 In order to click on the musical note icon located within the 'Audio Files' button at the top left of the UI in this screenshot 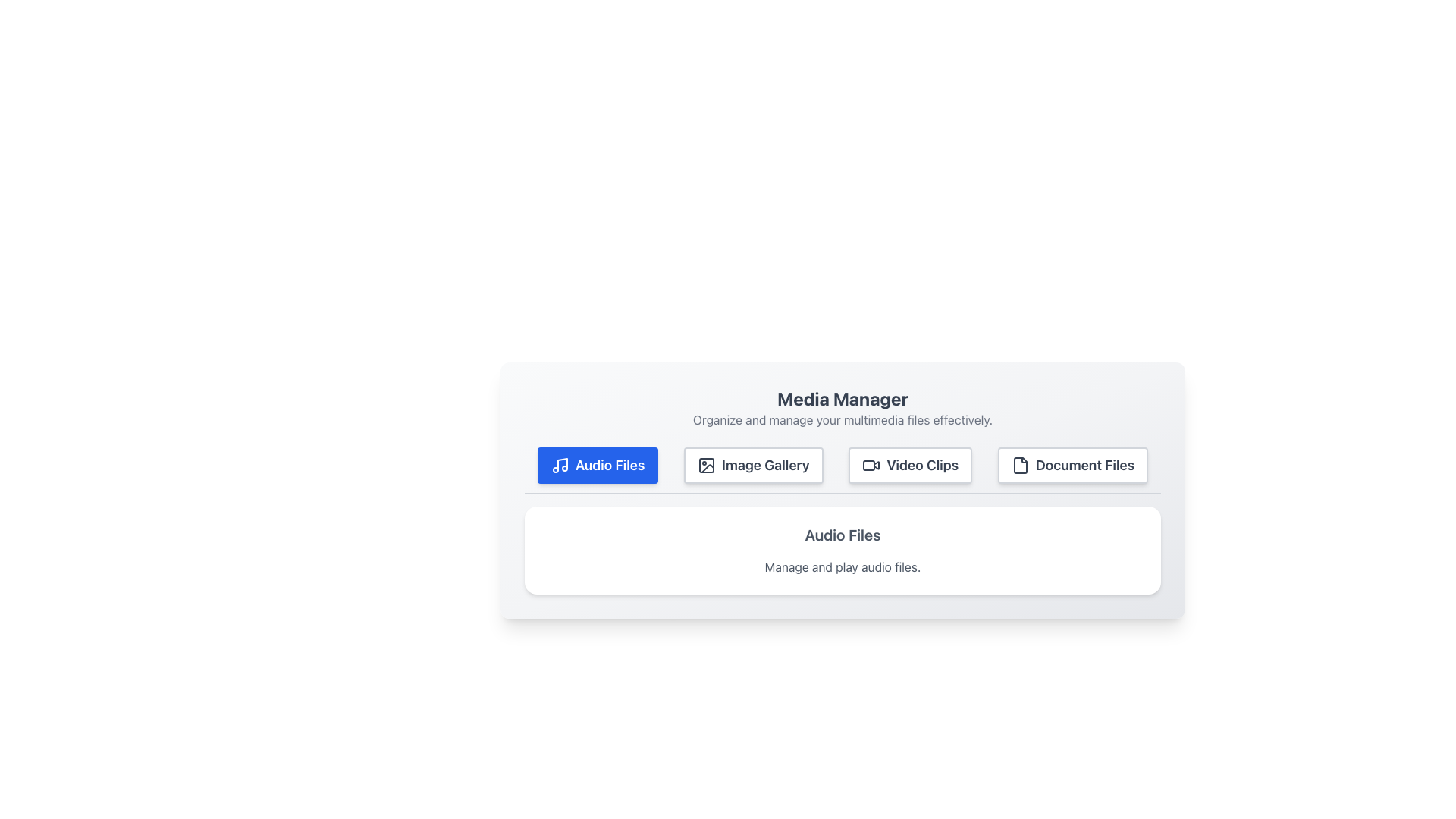, I will do `click(559, 464)`.